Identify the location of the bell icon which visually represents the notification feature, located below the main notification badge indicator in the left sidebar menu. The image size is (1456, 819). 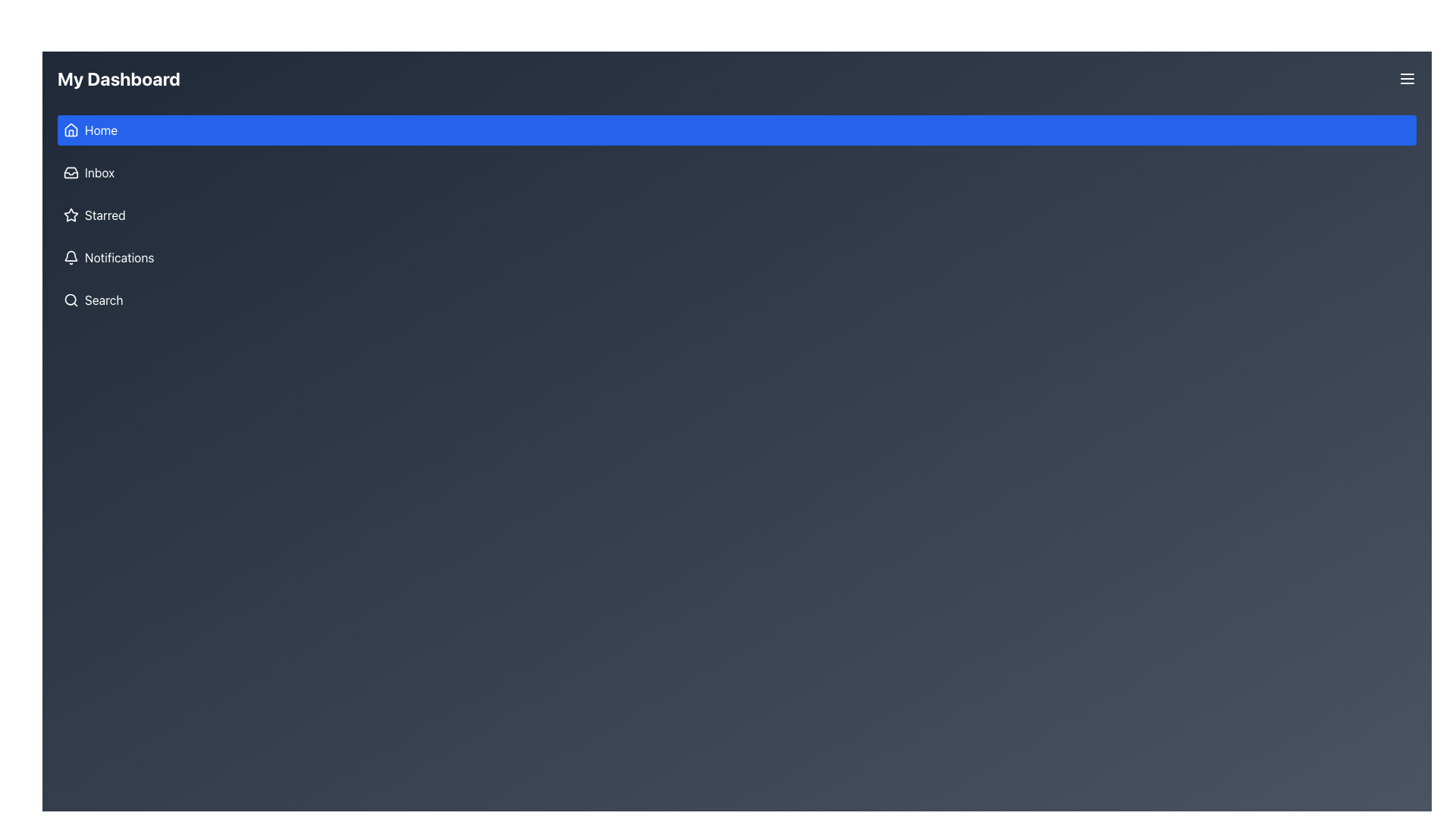
(71, 254).